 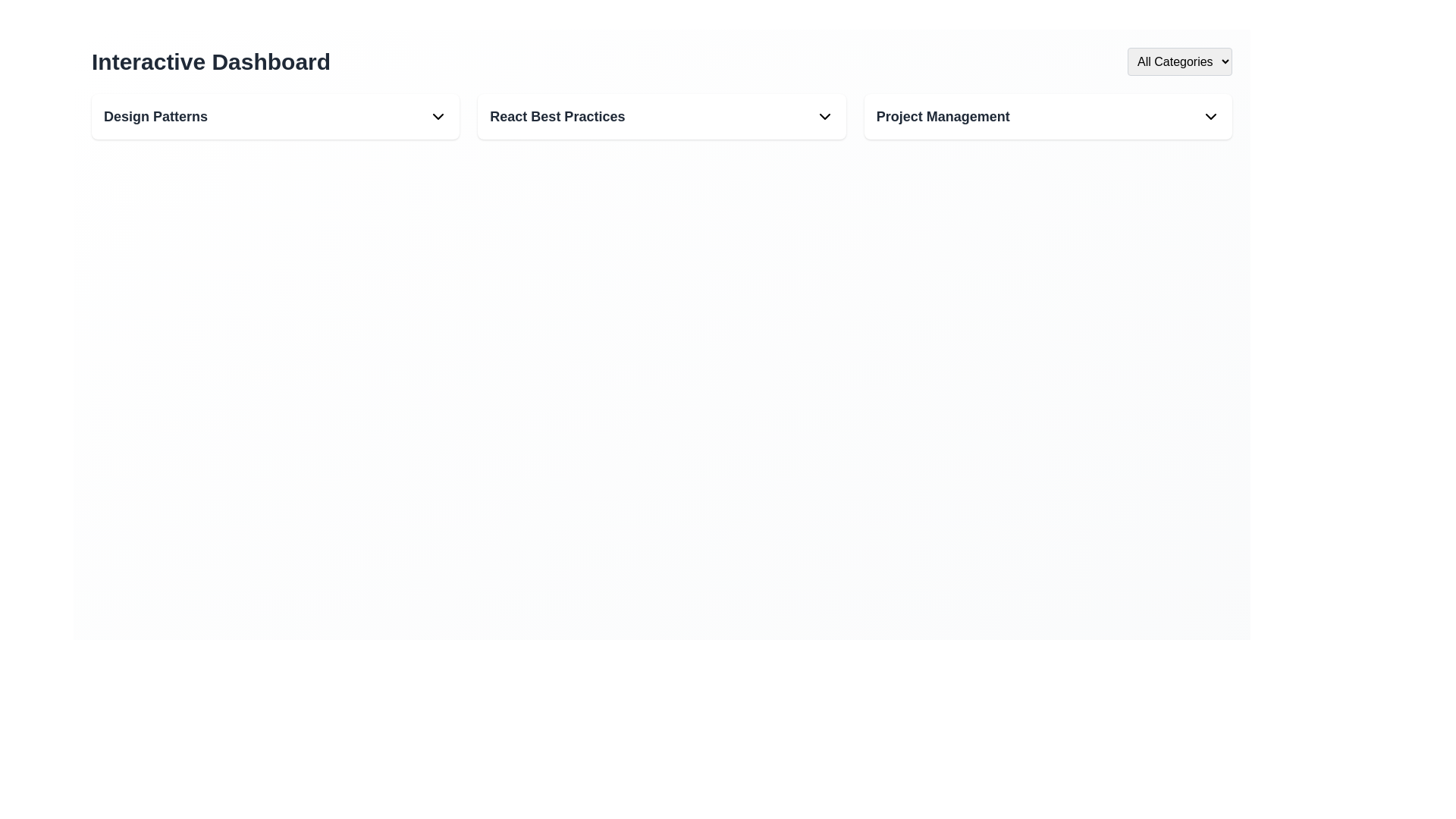 What do you see at coordinates (155, 116) in the screenshot?
I see `text label that serves as a title for the dropdown menu, located at the leftmost position in a horizontal layout next to a dropdown icon` at bounding box center [155, 116].